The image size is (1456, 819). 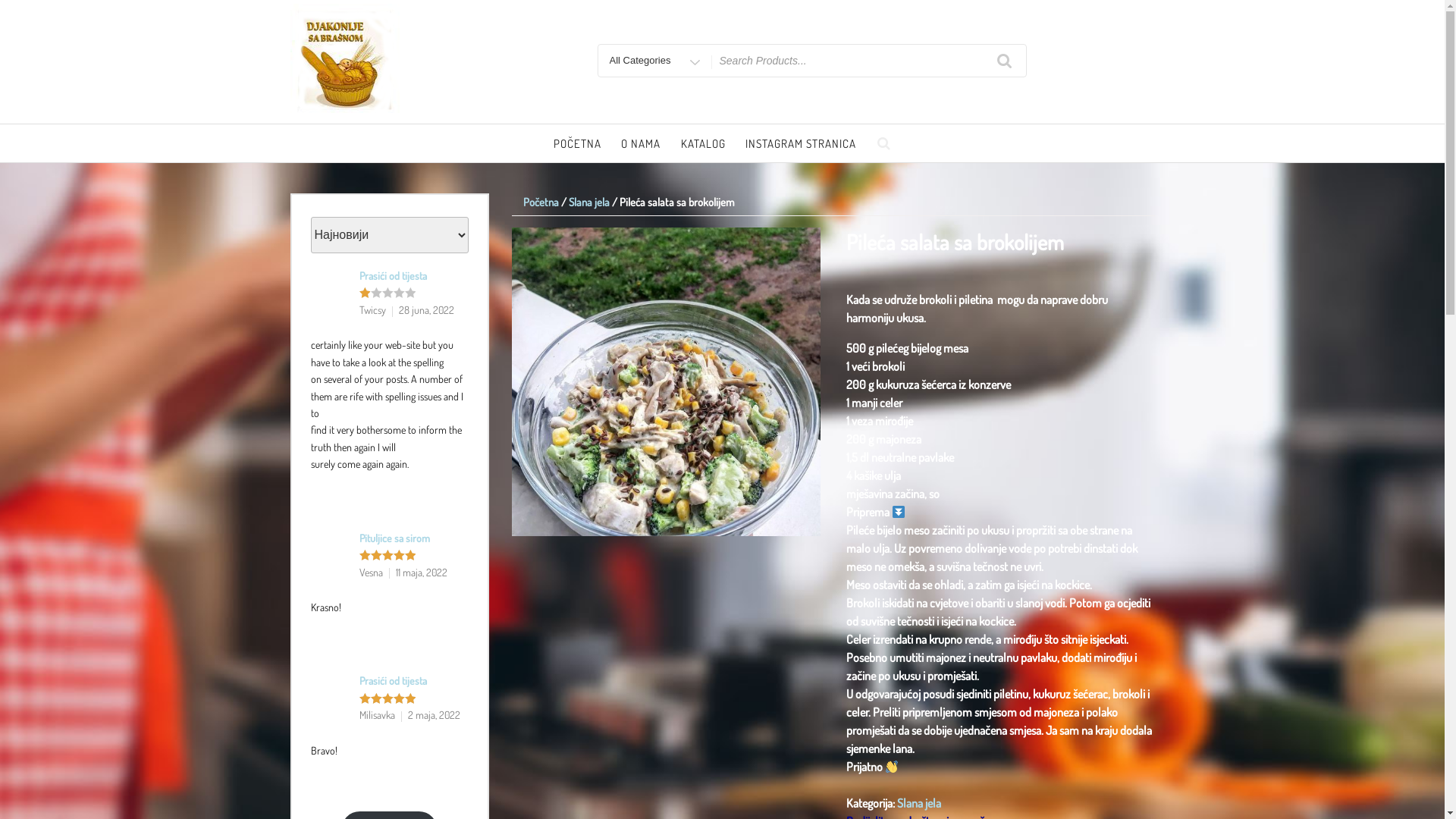 I want to click on 'INSTAGRAM STRANICA', so click(x=800, y=144).